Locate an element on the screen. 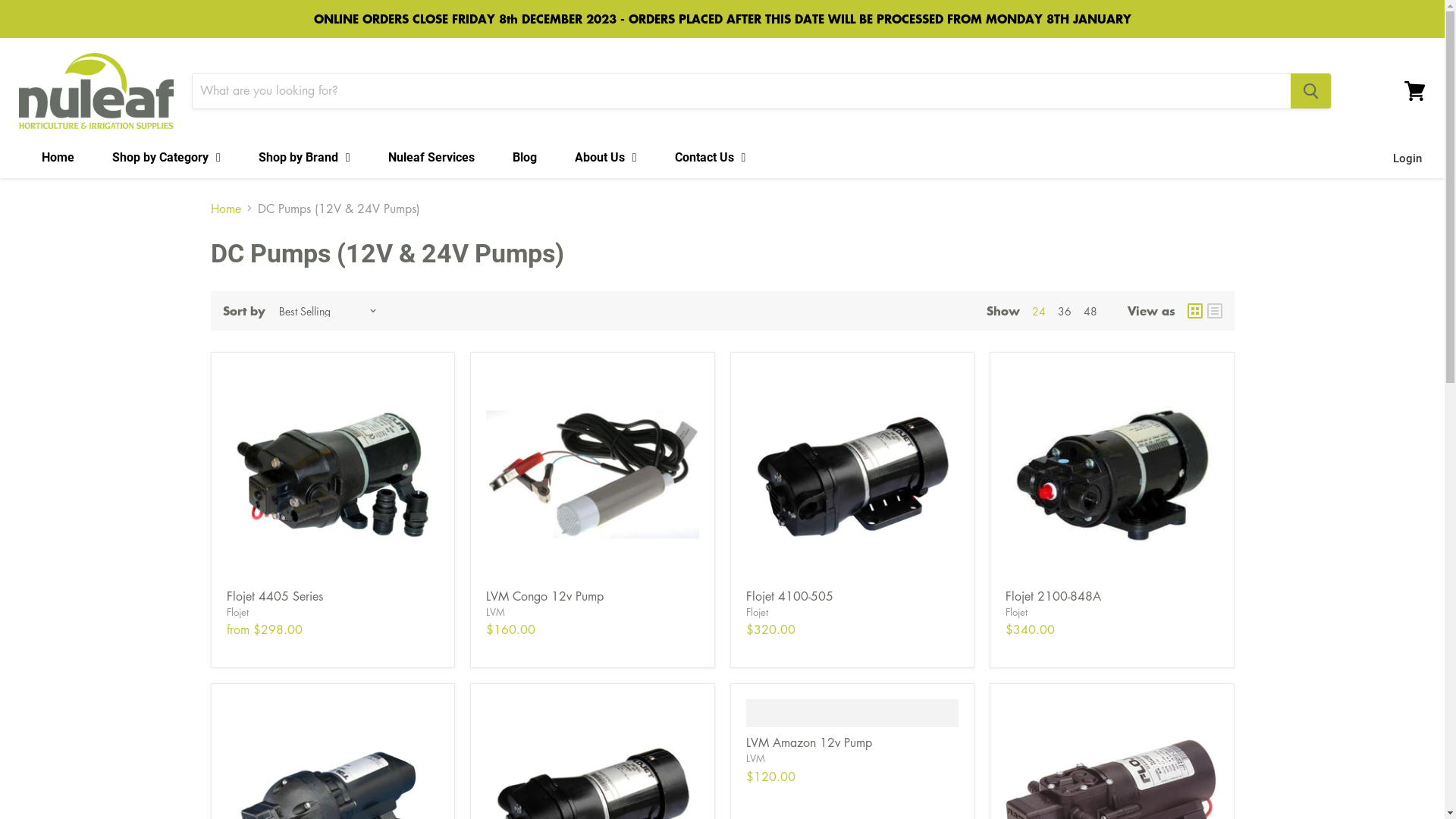 The width and height of the screenshot is (1456, 819). 'LVM Amazon 12v Pump' is located at coordinates (808, 742).